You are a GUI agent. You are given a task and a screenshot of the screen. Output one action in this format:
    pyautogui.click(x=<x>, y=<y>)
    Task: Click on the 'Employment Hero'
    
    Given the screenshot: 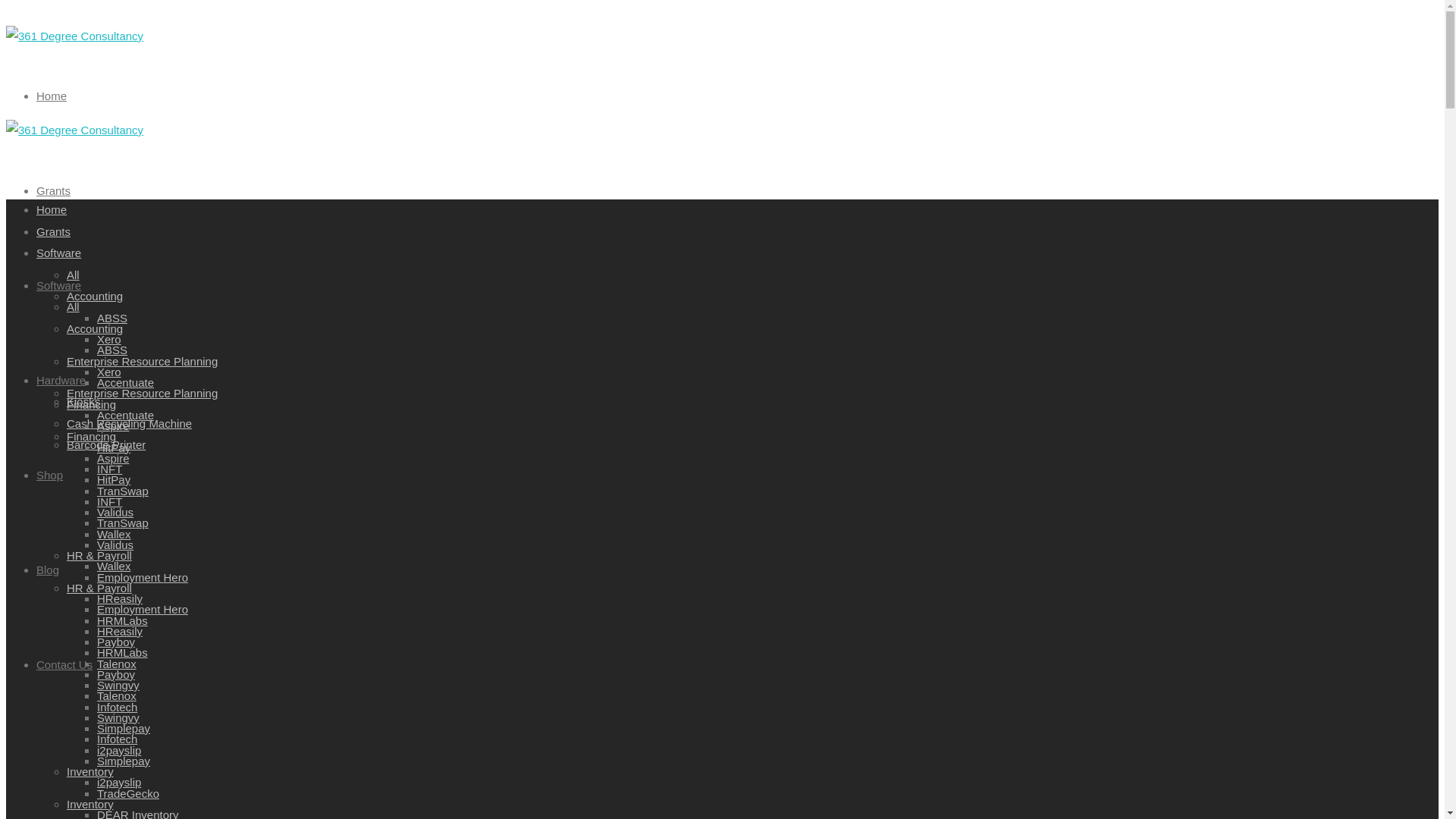 What is the action you would take?
    pyautogui.click(x=142, y=608)
    